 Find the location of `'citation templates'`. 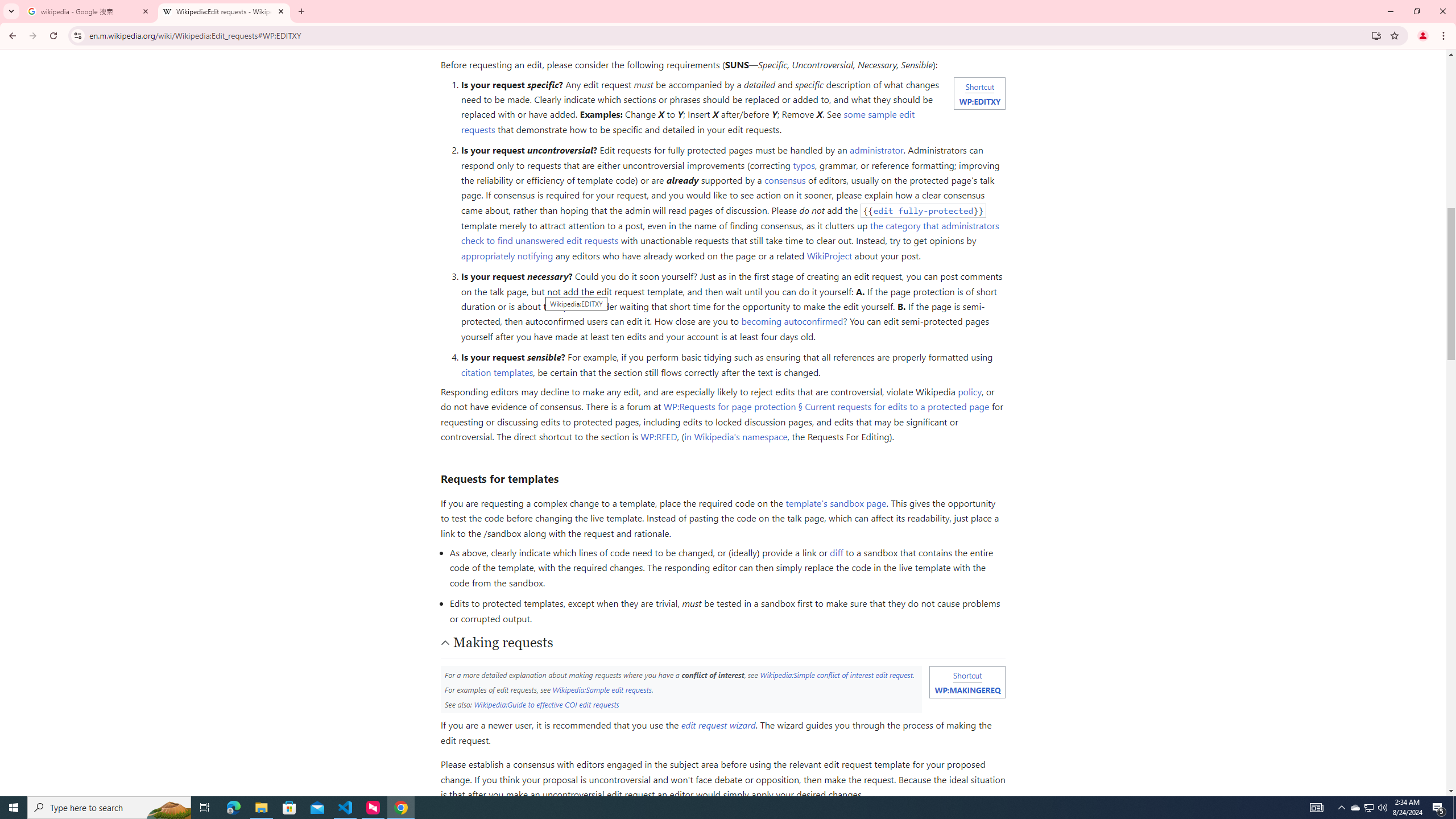

'citation templates' is located at coordinates (496, 372).